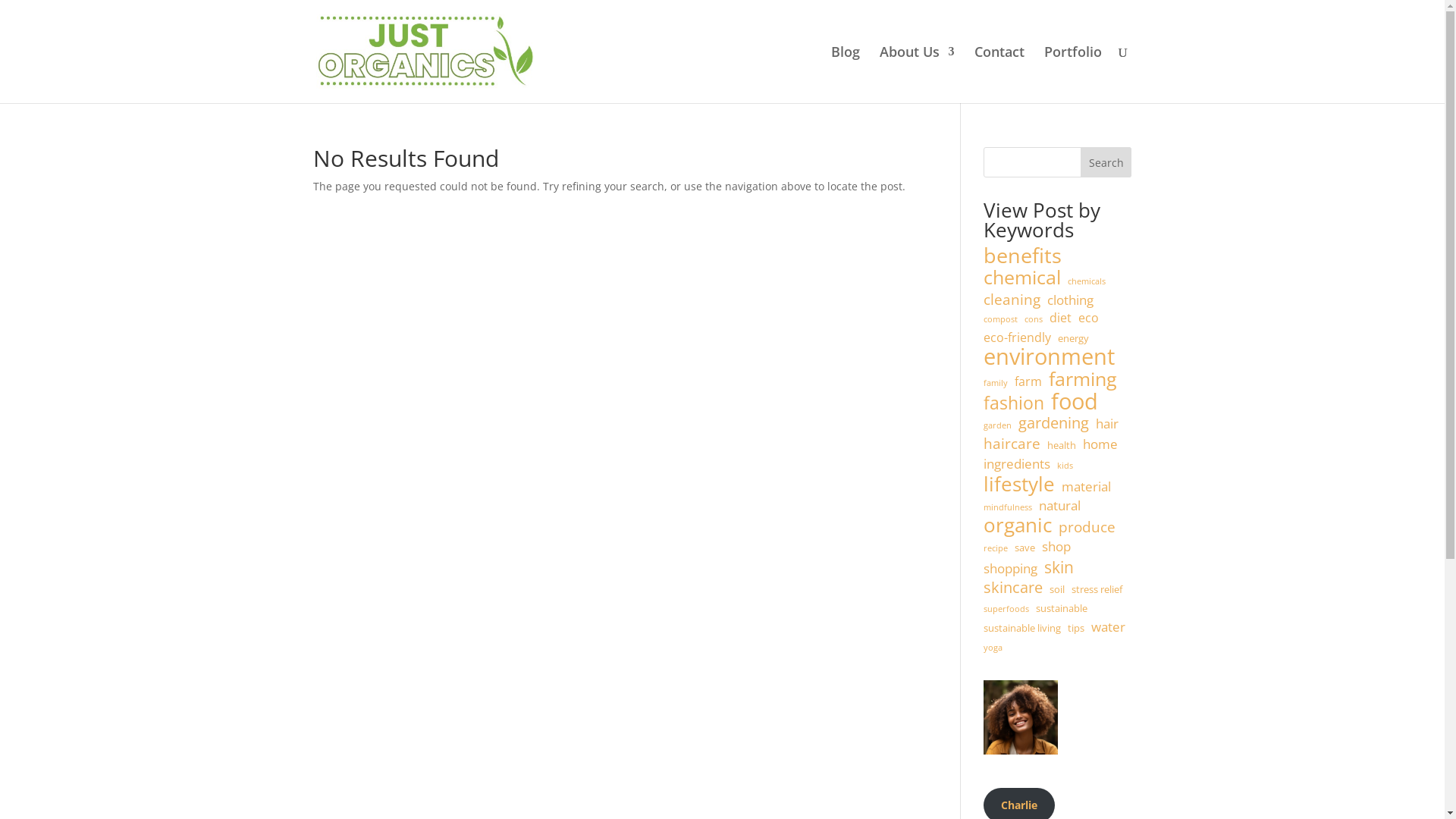 This screenshot has height=819, width=1456. I want to click on 'mindfulness', so click(1008, 508).